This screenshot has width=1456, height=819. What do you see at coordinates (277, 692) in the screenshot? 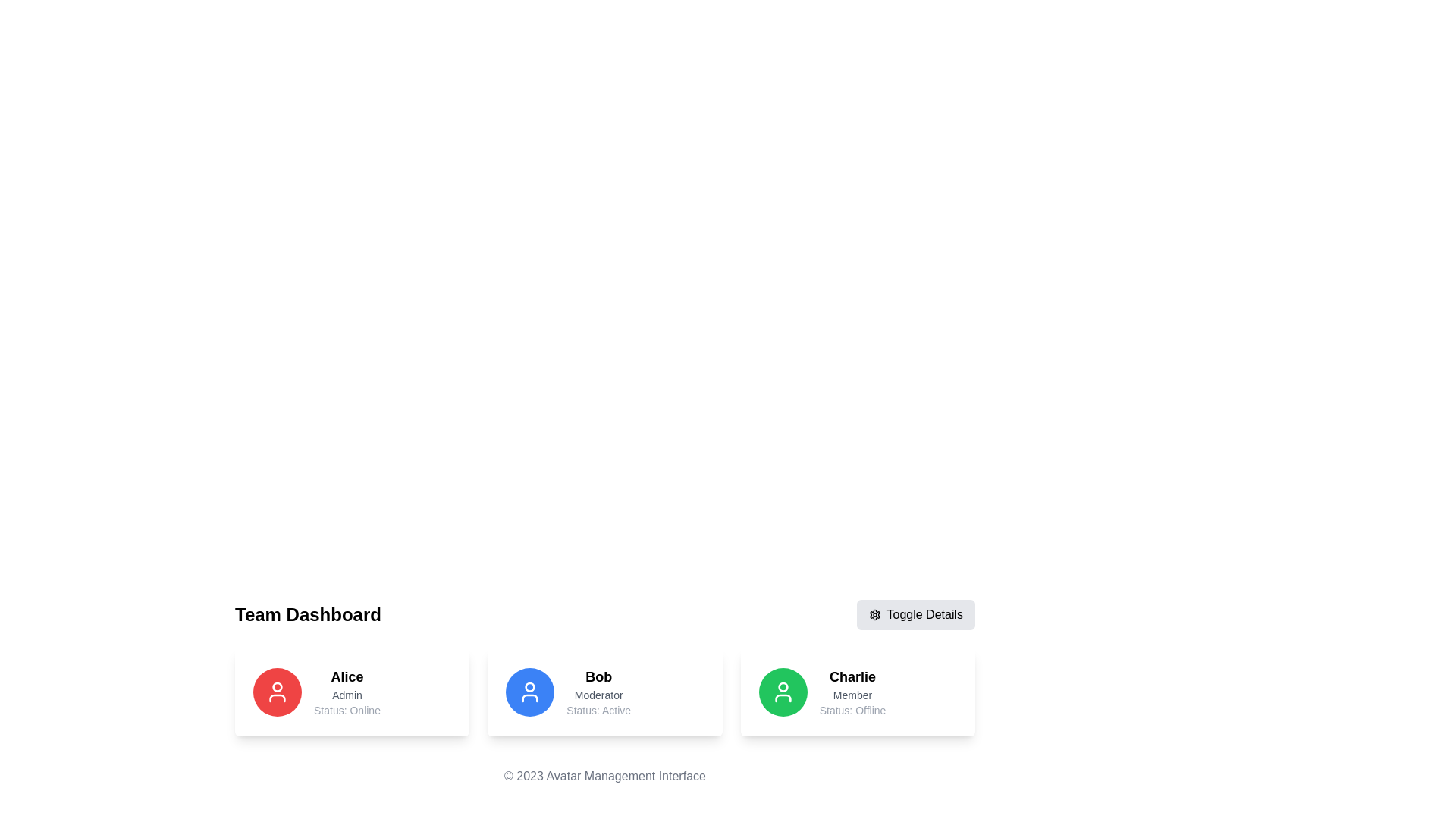
I see `the user silhouette icon in the card labeled 'Alice' under the 'Team Dashboard' heading` at bounding box center [277, 692].